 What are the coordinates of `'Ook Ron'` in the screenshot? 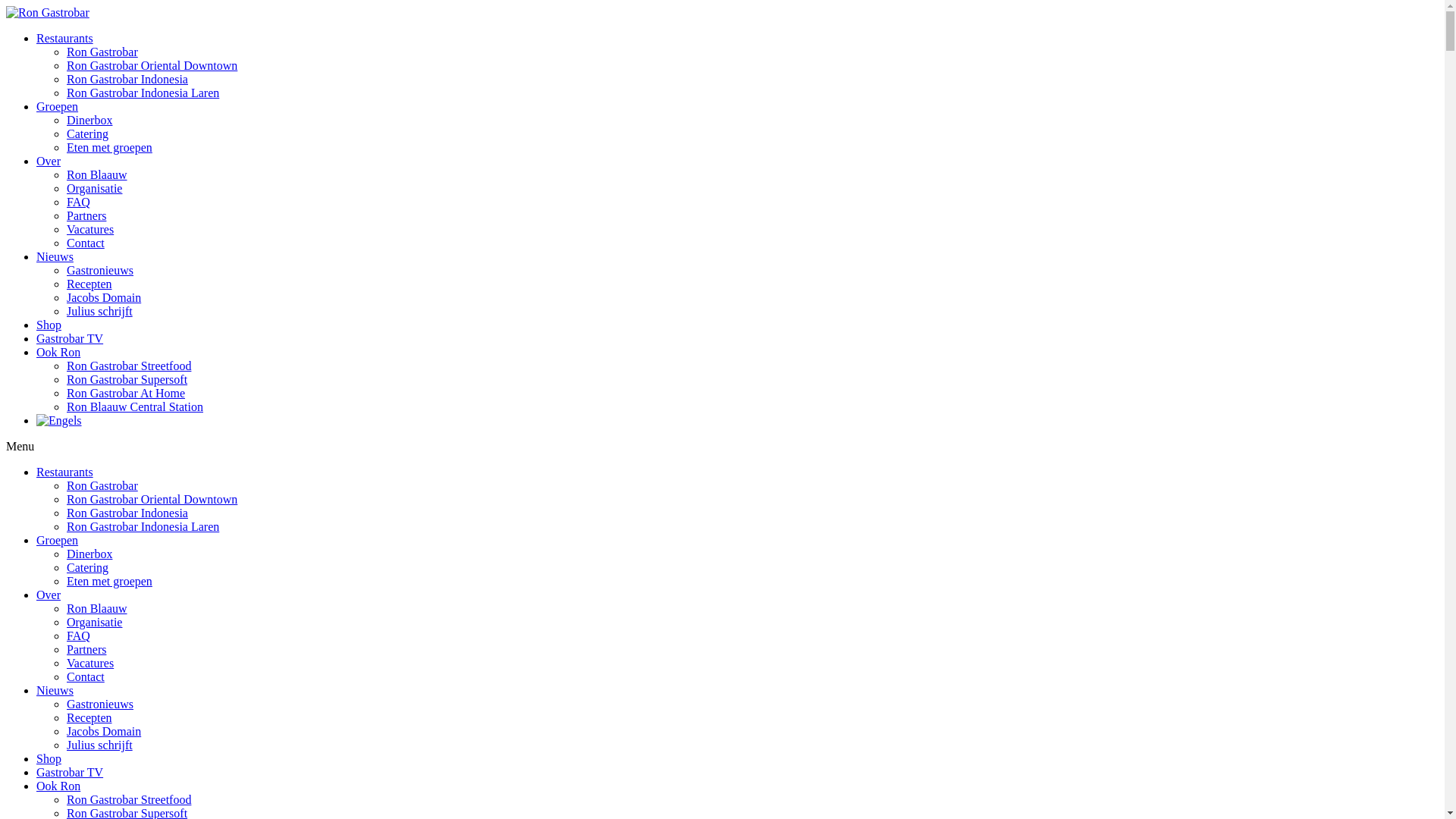 It's located at (58, 785).